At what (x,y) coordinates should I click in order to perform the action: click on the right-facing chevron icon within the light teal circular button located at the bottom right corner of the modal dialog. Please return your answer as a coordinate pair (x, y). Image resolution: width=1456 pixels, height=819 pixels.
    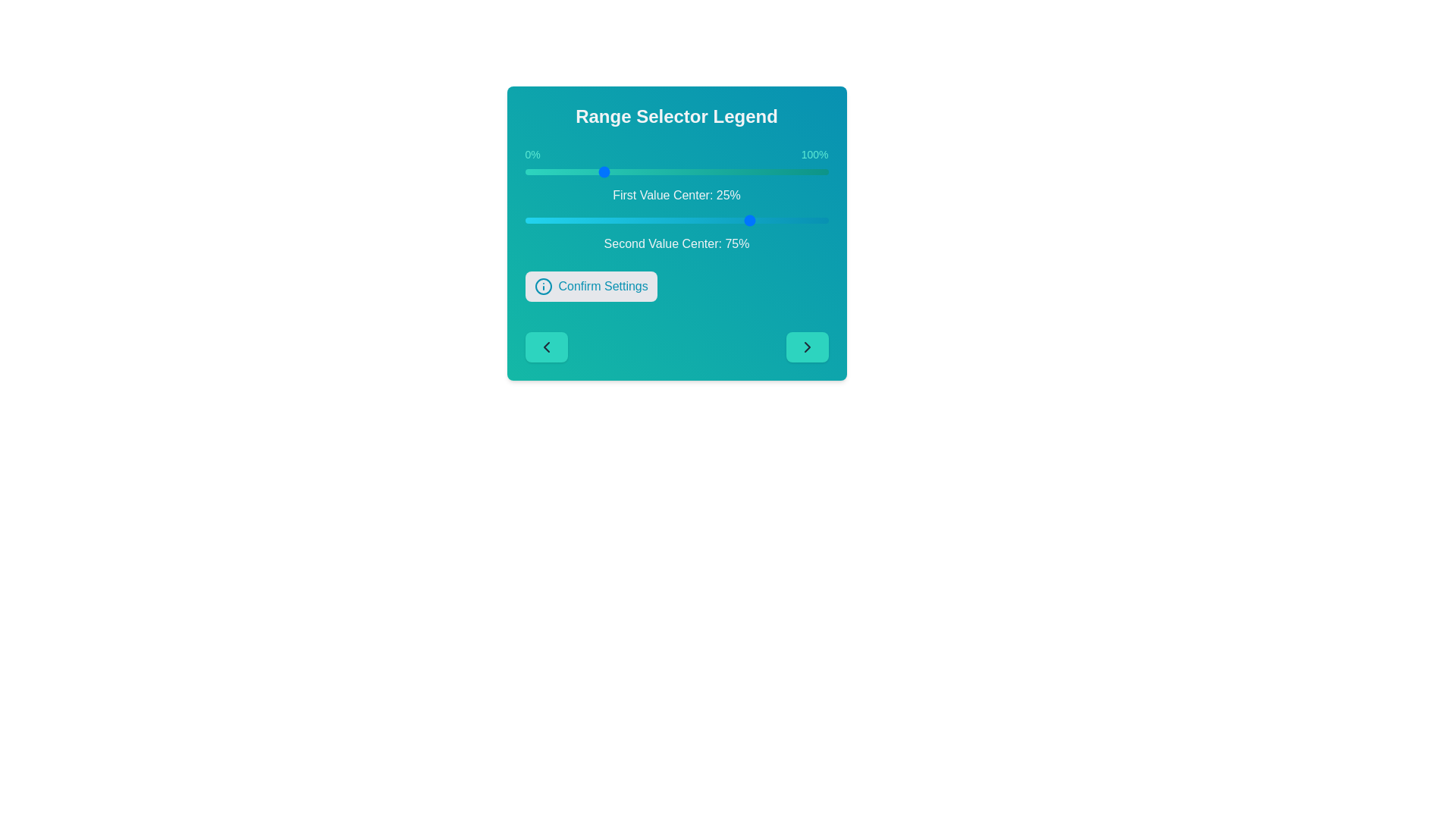
    Looking at the image, I should click on (806, 347).